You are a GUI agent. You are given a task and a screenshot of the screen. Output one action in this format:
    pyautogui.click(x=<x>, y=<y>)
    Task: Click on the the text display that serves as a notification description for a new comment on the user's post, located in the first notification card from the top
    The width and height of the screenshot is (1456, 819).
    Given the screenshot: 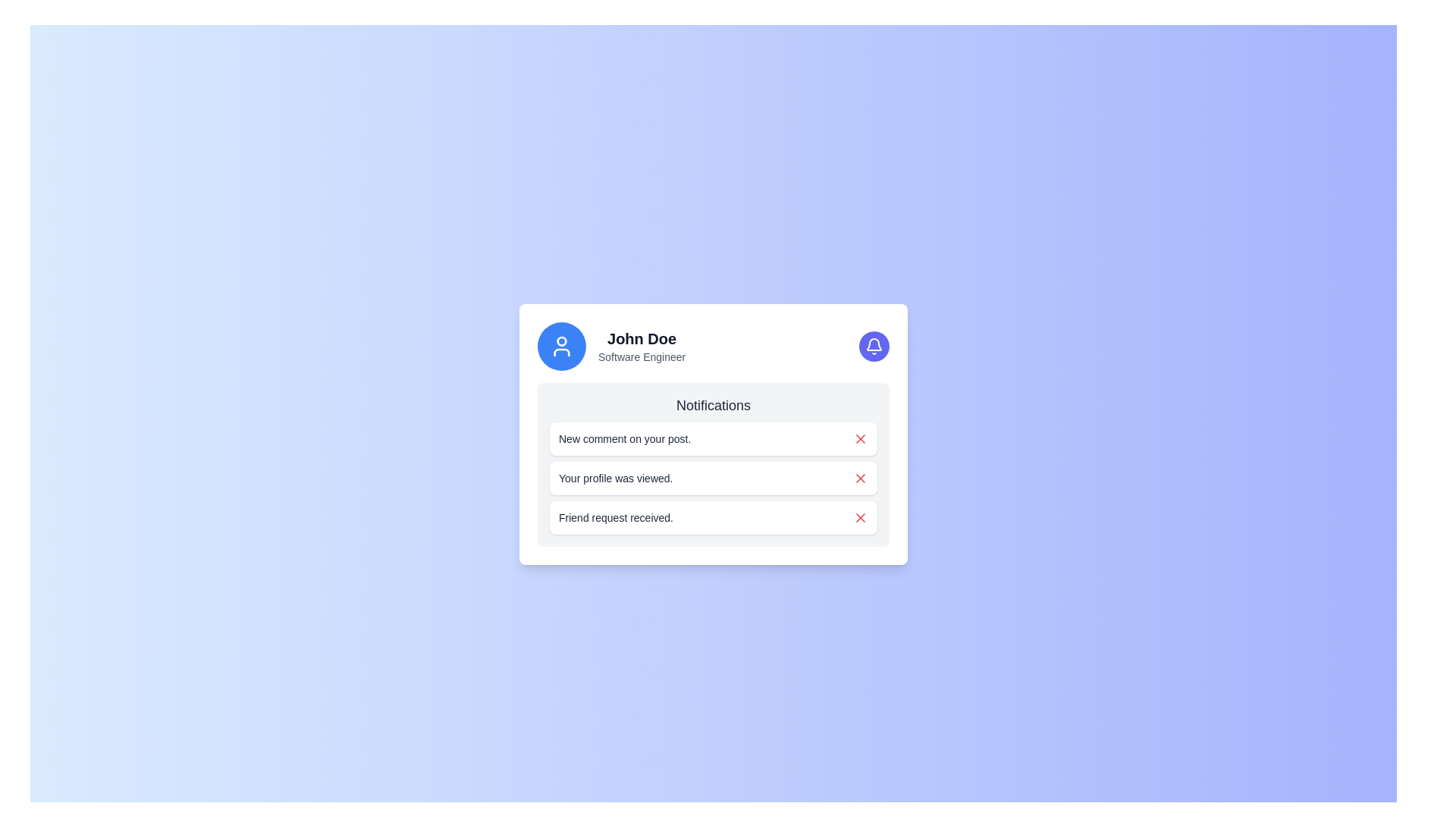 What is the action you would take?
    pyautogui.click(x=625, y=438)
    